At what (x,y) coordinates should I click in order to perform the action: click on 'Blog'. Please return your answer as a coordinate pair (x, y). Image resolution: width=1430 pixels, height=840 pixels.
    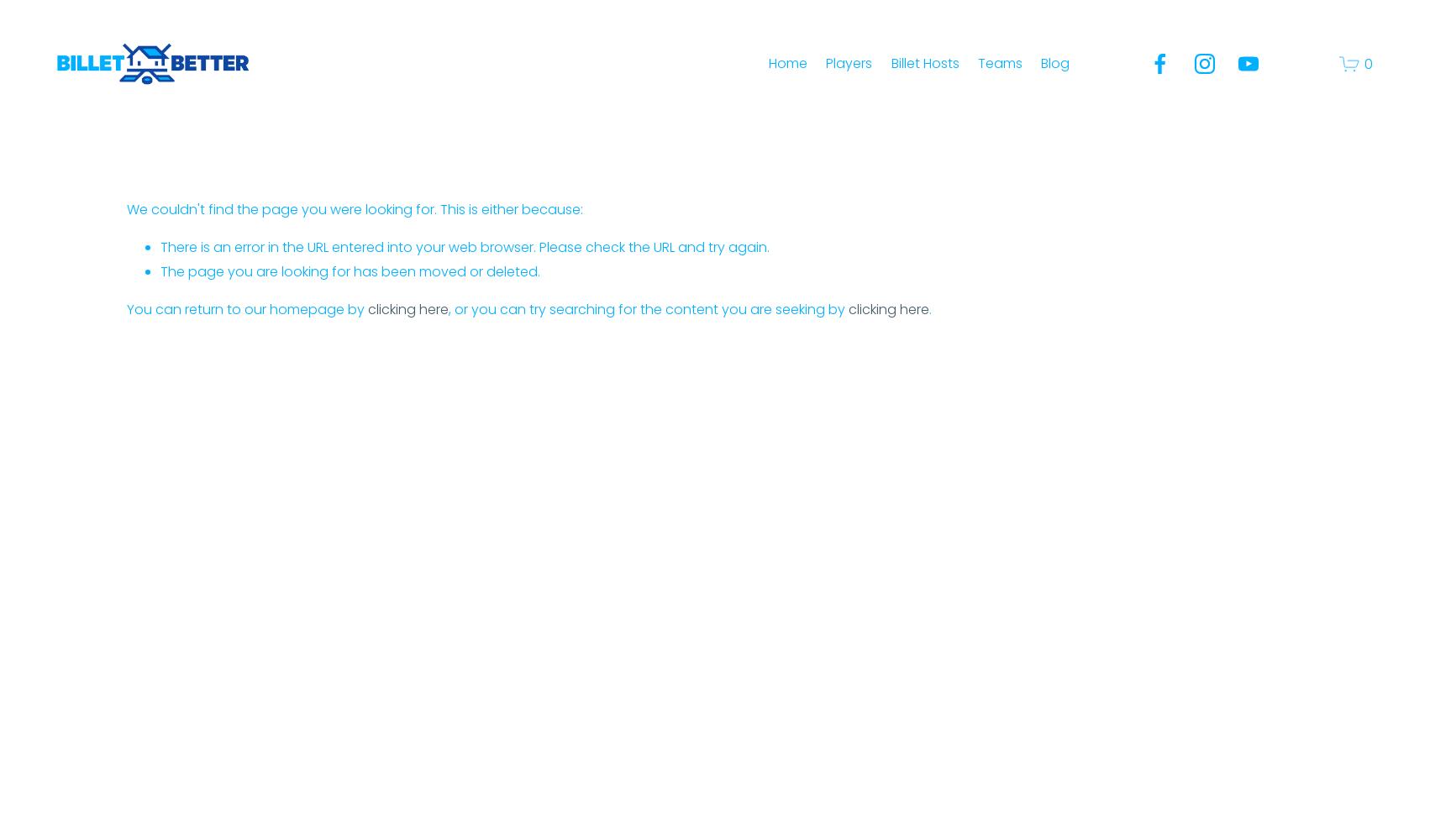
    Looking at the image, I should click on (1054, 61).